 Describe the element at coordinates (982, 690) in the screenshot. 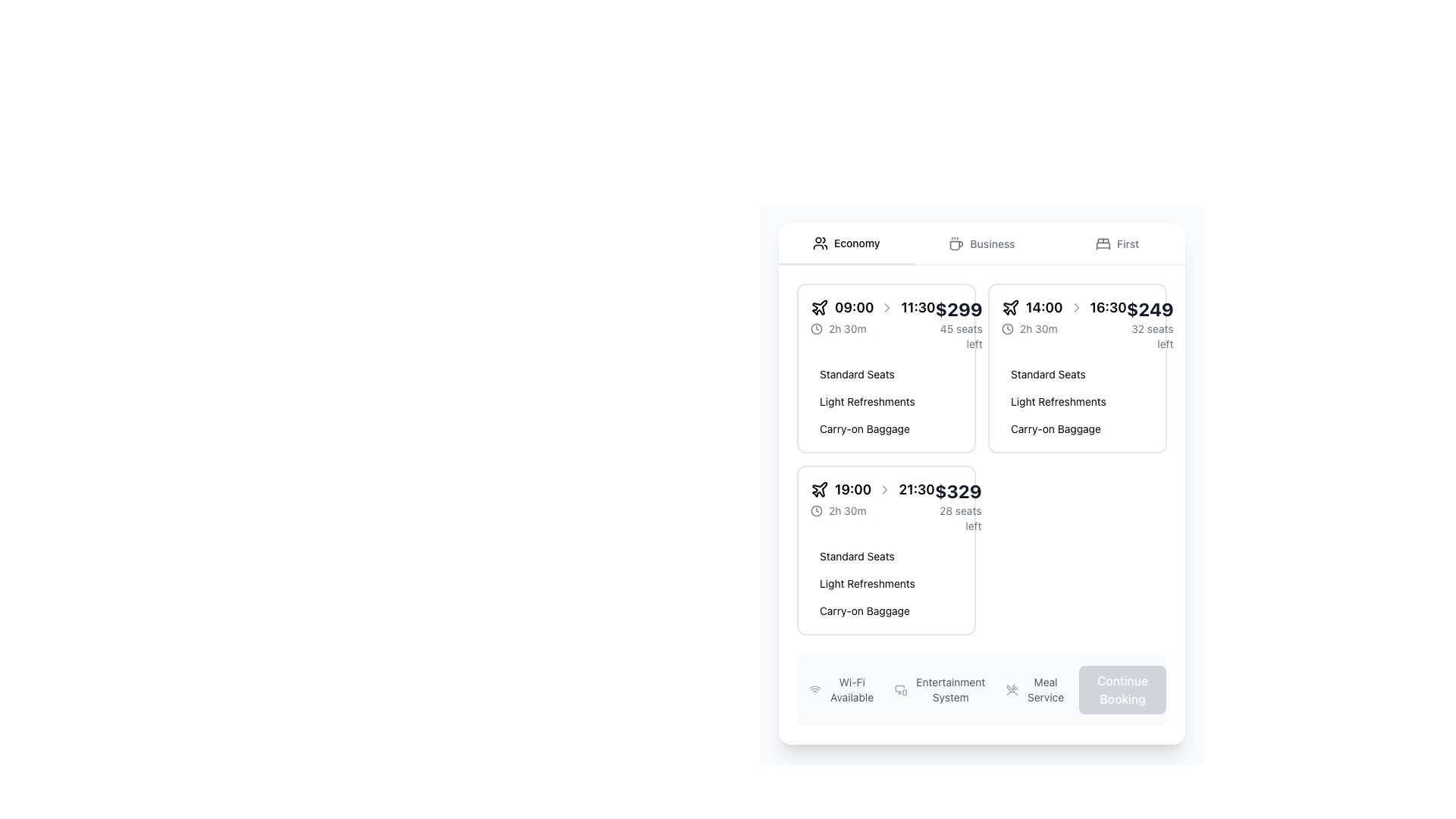

I see `the Informational Section located at the bottom center of the layout, which displays features like 'Wi-Fi Available', 'Entertainment System', and 'Meal Service'` at that location.